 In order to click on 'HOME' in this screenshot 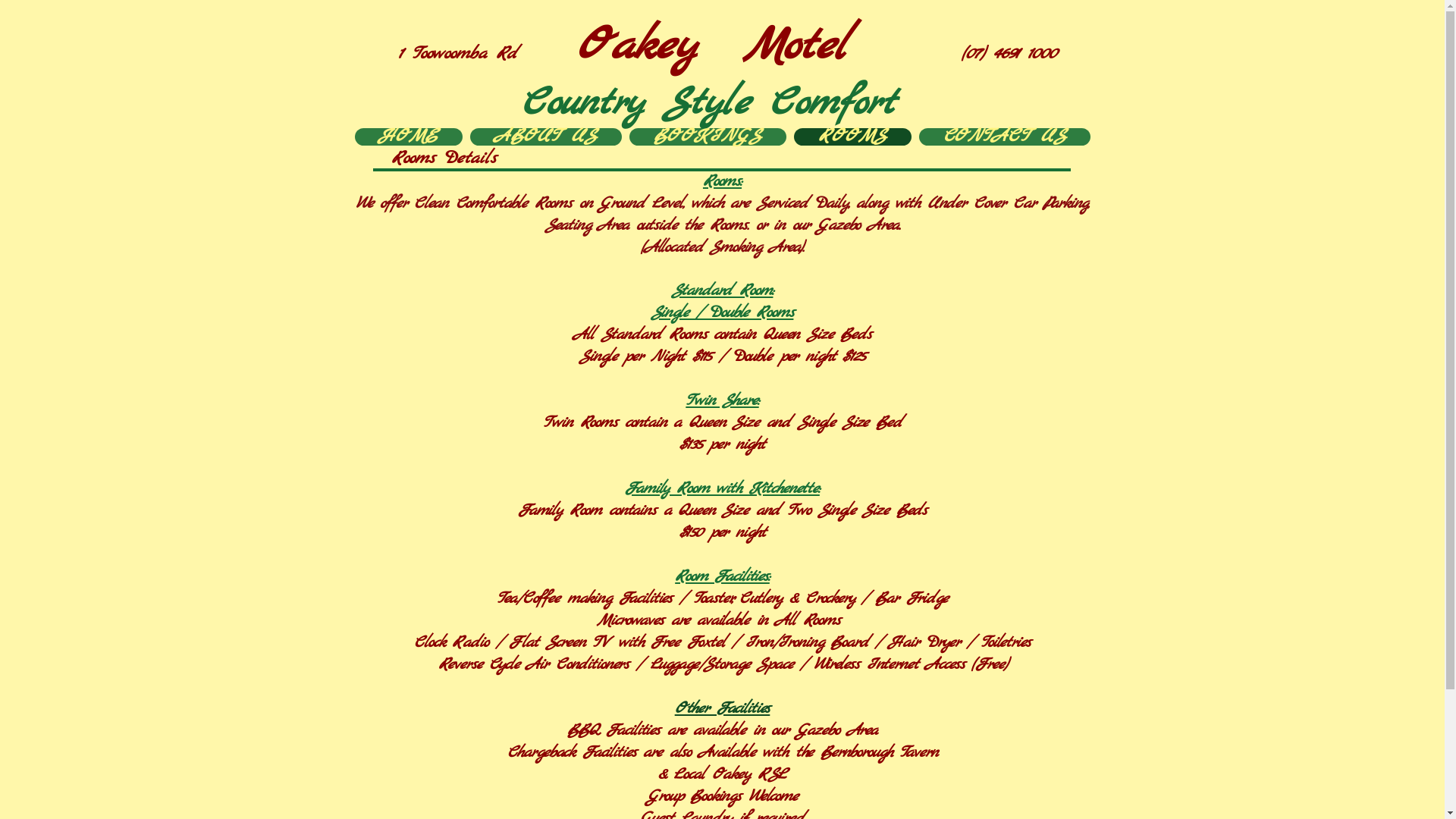, I will do `click(408, 136)`.